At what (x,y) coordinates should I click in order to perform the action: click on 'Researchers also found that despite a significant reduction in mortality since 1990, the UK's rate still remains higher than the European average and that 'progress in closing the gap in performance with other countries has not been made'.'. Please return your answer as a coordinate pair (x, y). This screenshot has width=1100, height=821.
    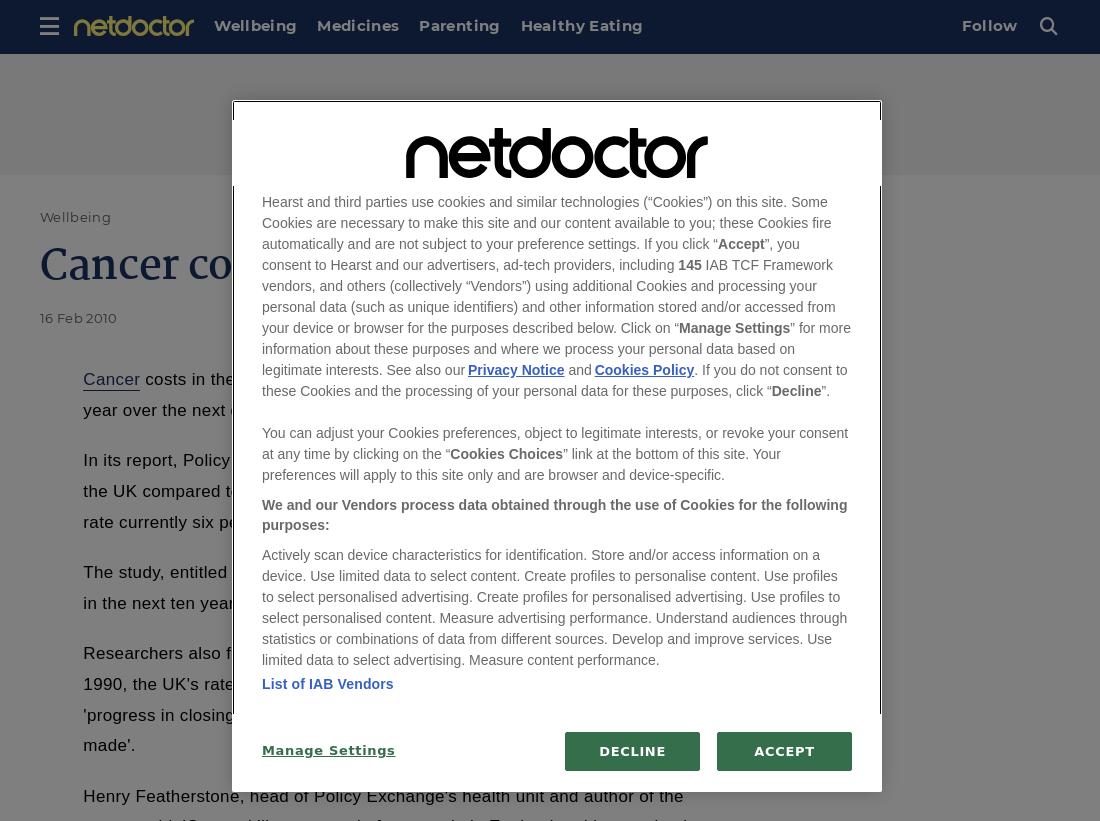
    Looking at the image, I should click on (385, 699).